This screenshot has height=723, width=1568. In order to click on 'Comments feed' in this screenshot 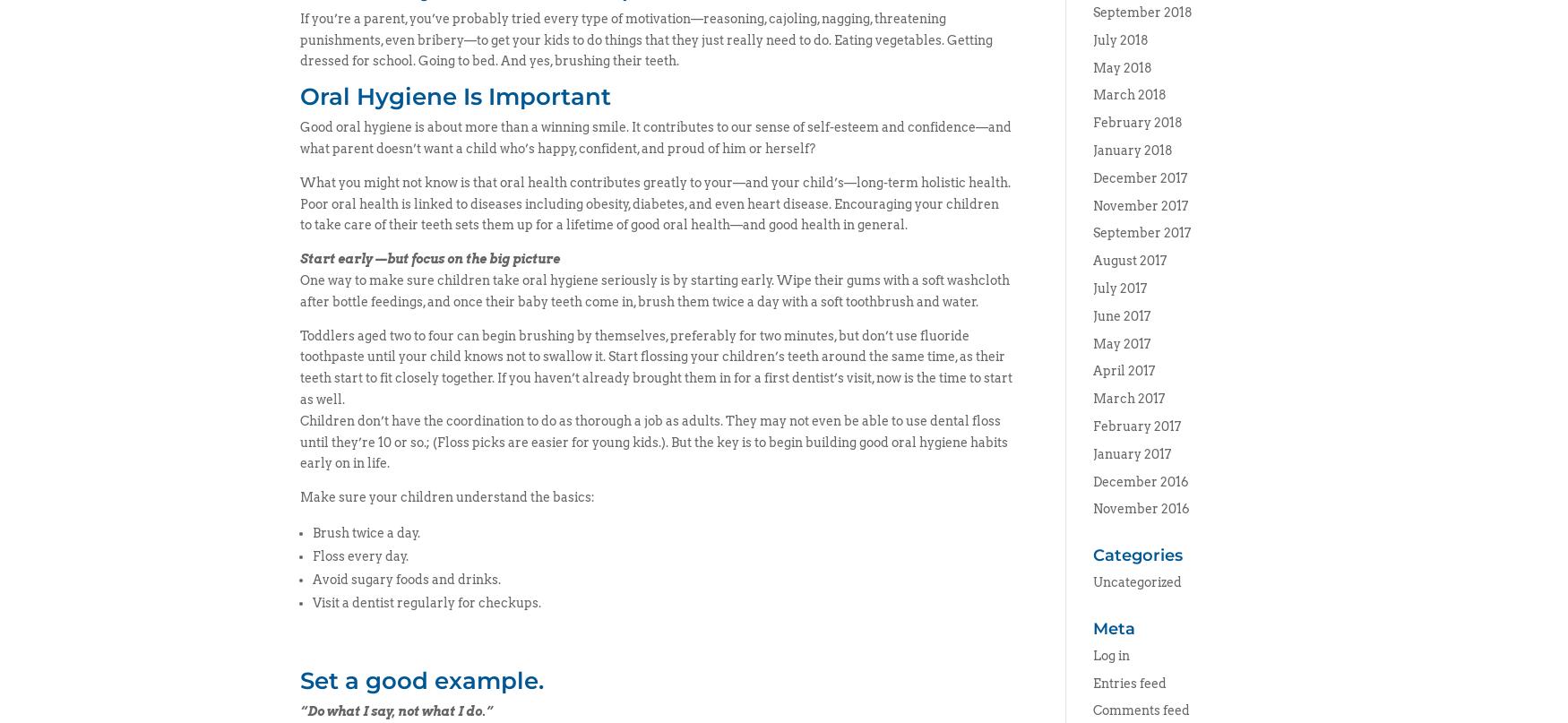, I will do `click(1139, 710)`.